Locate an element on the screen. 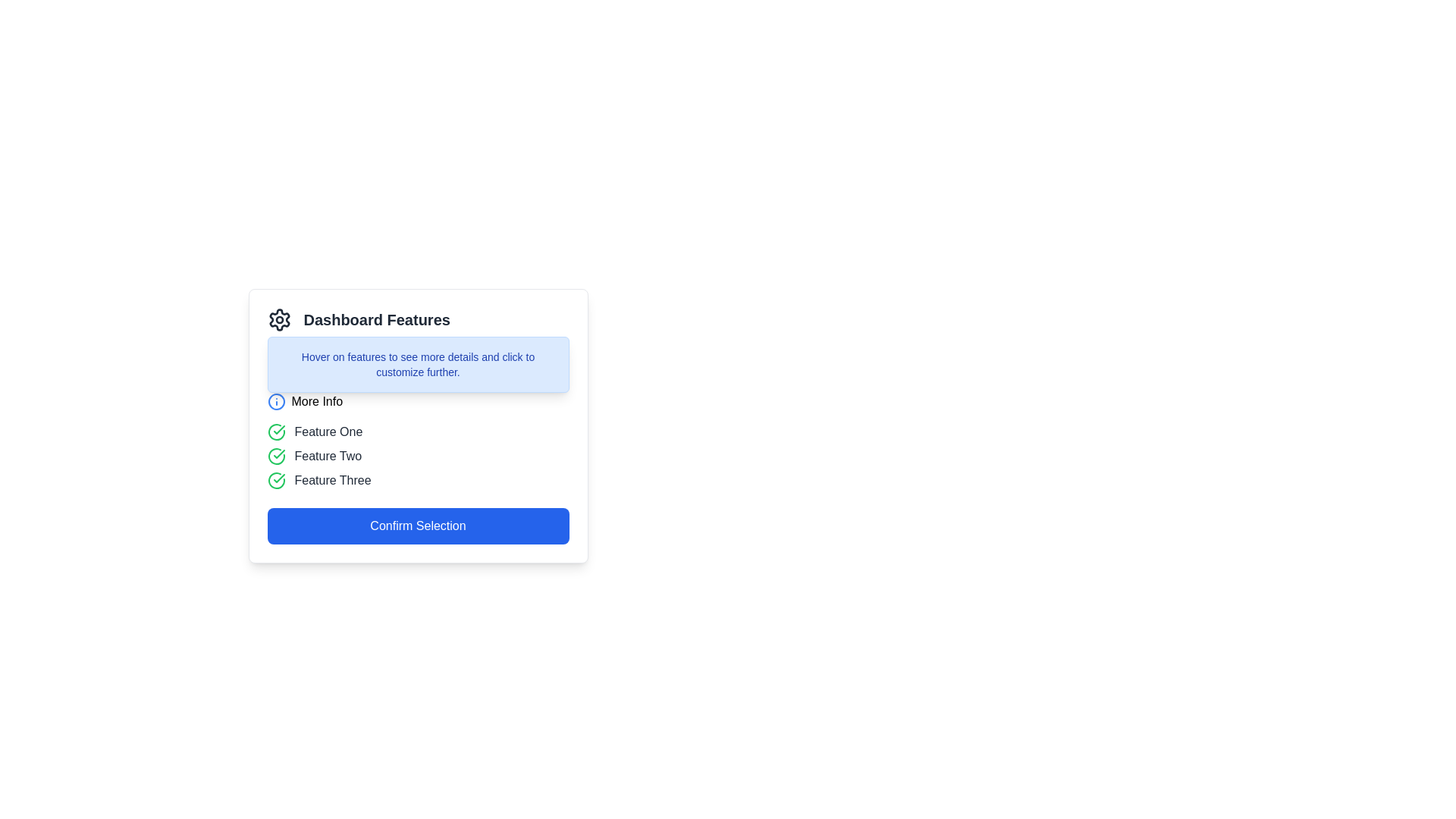  the larger circle icon indicating the selected status of the feature, located to the left of the text 'Feature Two' is located at coordinates (276, 432).